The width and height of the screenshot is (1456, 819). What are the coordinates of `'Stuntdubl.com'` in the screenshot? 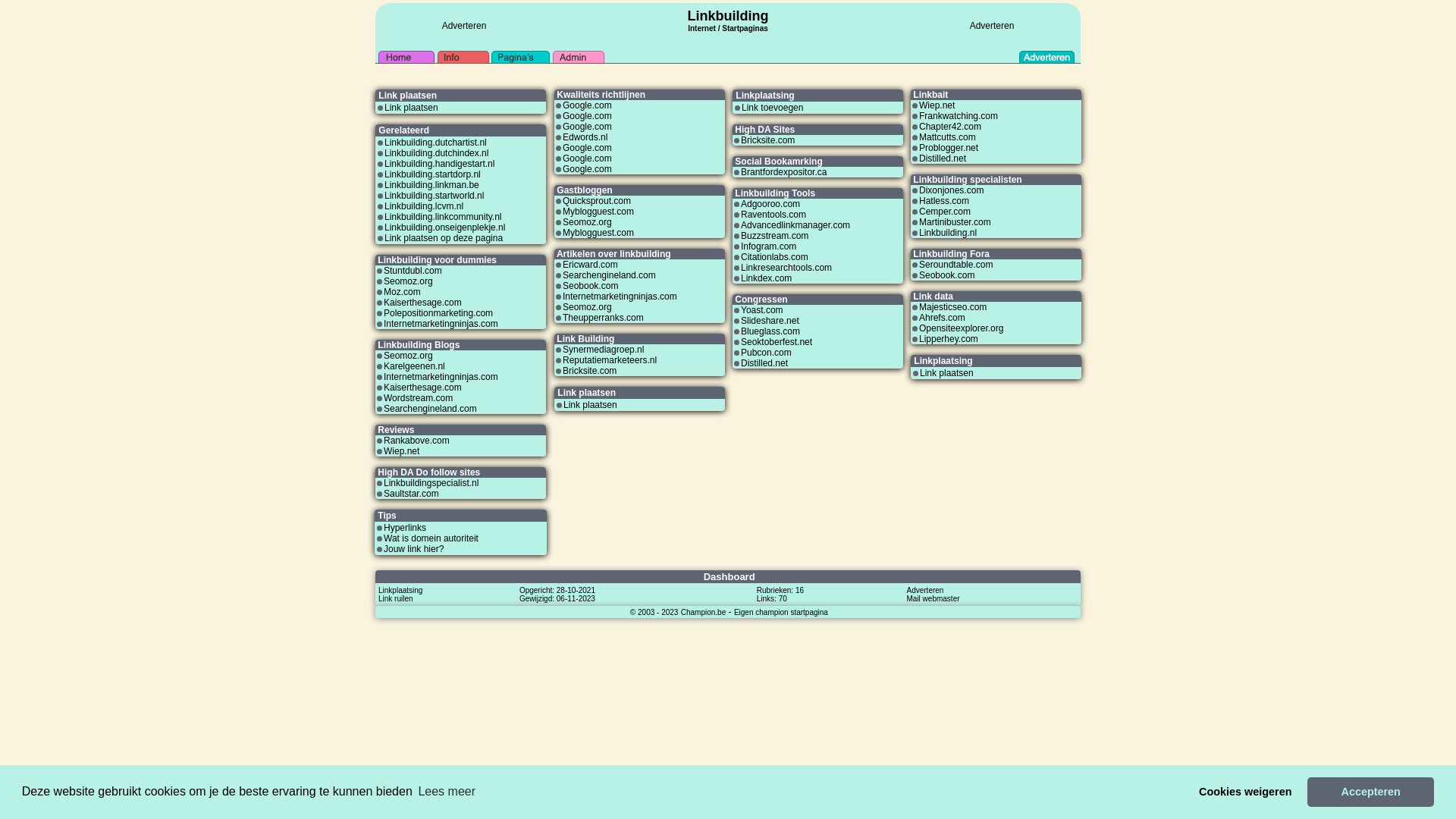 It's located at (413, 270).